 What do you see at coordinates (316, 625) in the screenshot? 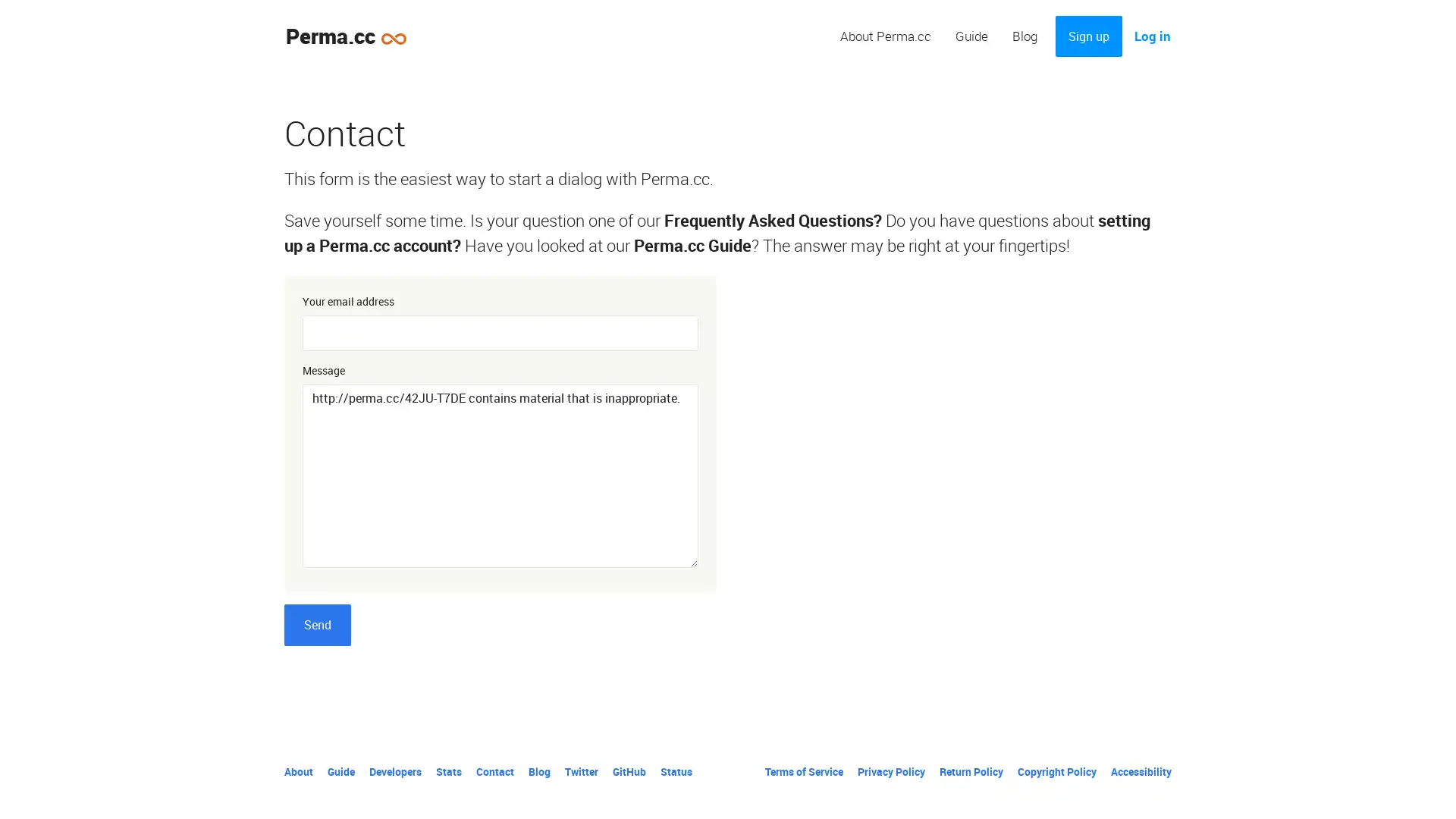
I see `Send` at bounding box center [316, 625].